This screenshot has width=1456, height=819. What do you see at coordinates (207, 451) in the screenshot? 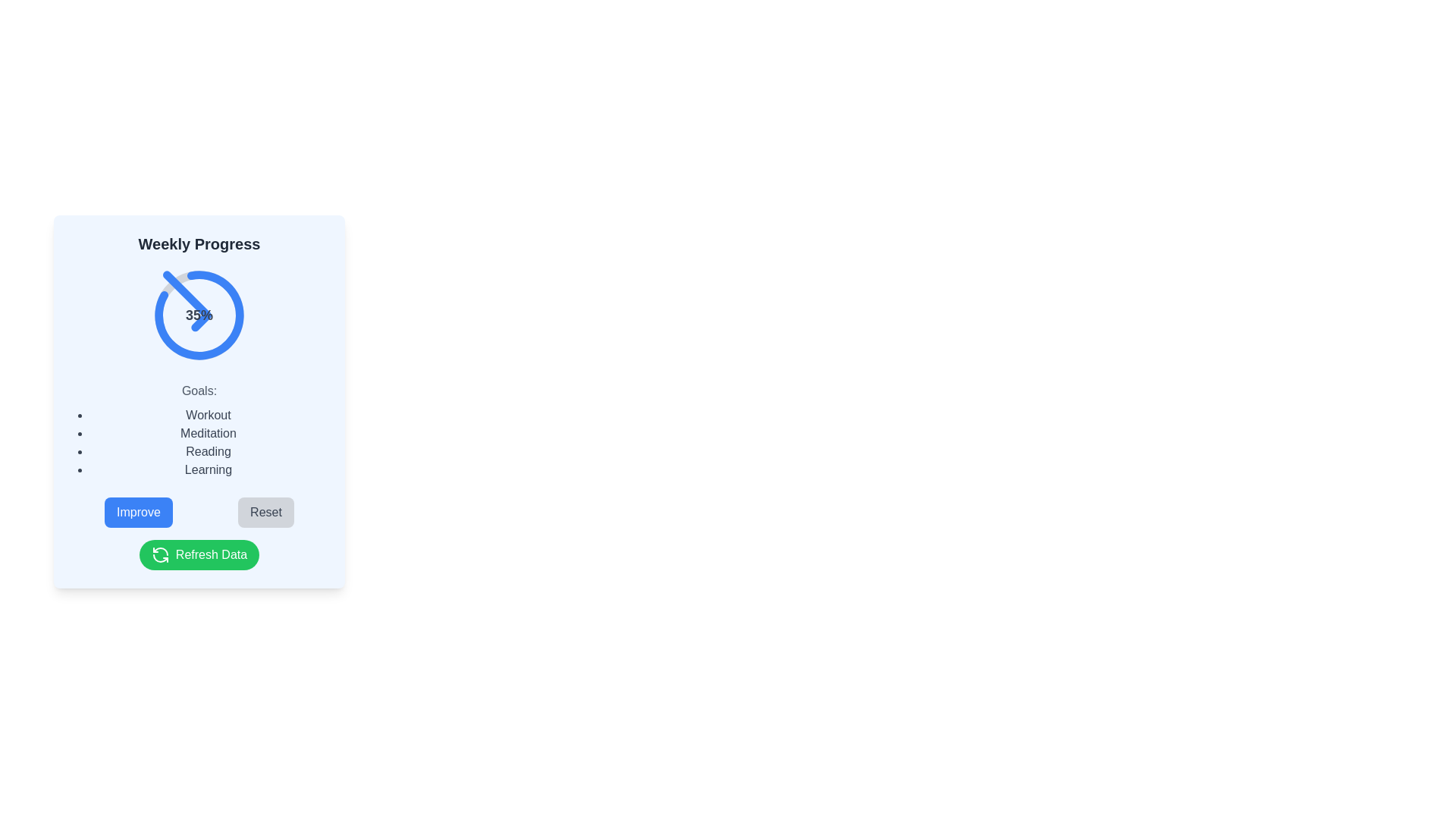
I see `the static text label indicating one of the goals listed under 'Goals', which is the third item in the bullet-point list, positioned below the 'Goals:' label` at bounding box center [207, 451].